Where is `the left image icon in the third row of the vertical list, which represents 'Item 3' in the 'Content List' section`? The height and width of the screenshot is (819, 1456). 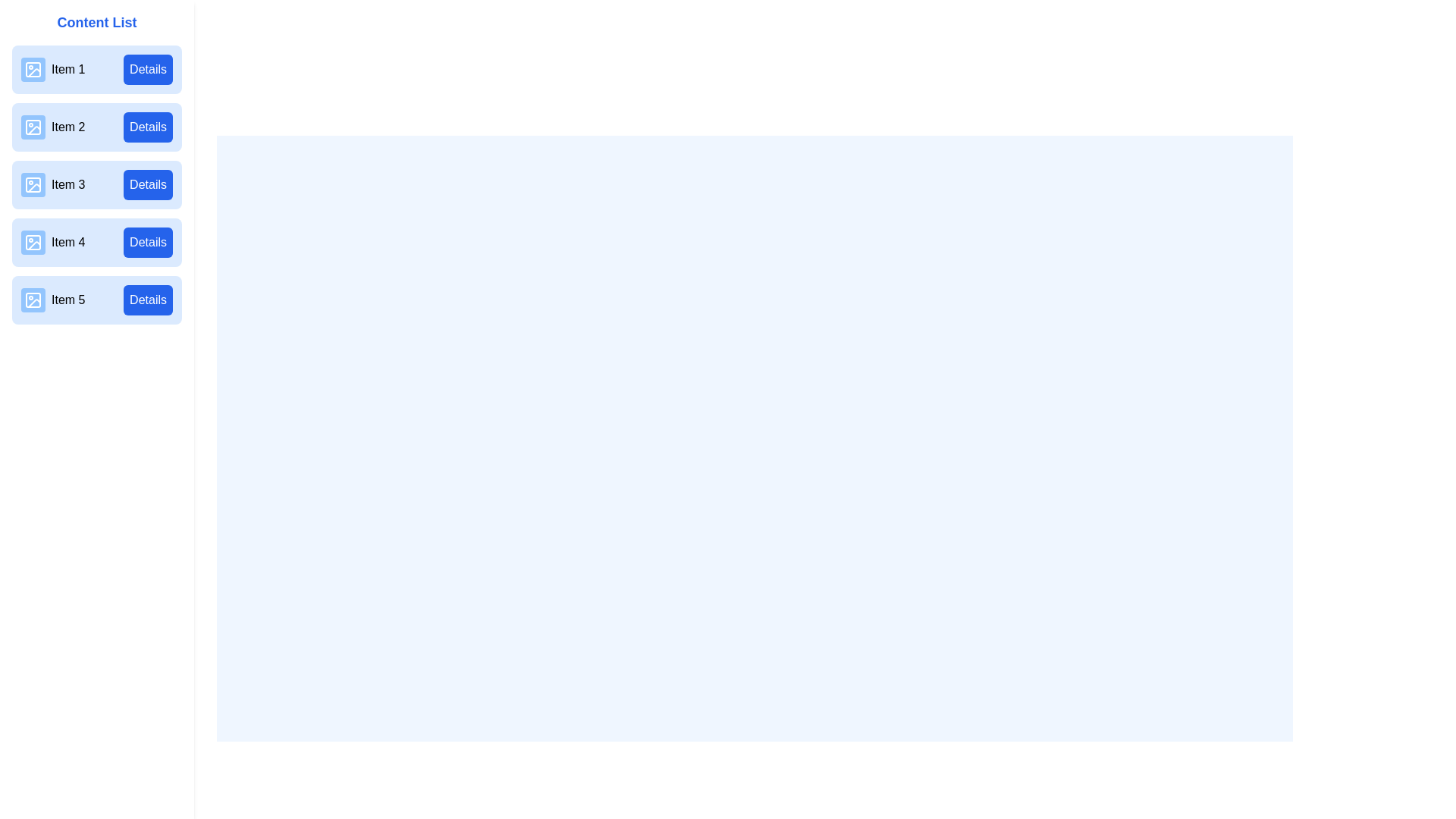
the left image icon in the third row of the vertical list, which represents 'Item 3' in the 'Content List' section is located at coordinates (33, 184).